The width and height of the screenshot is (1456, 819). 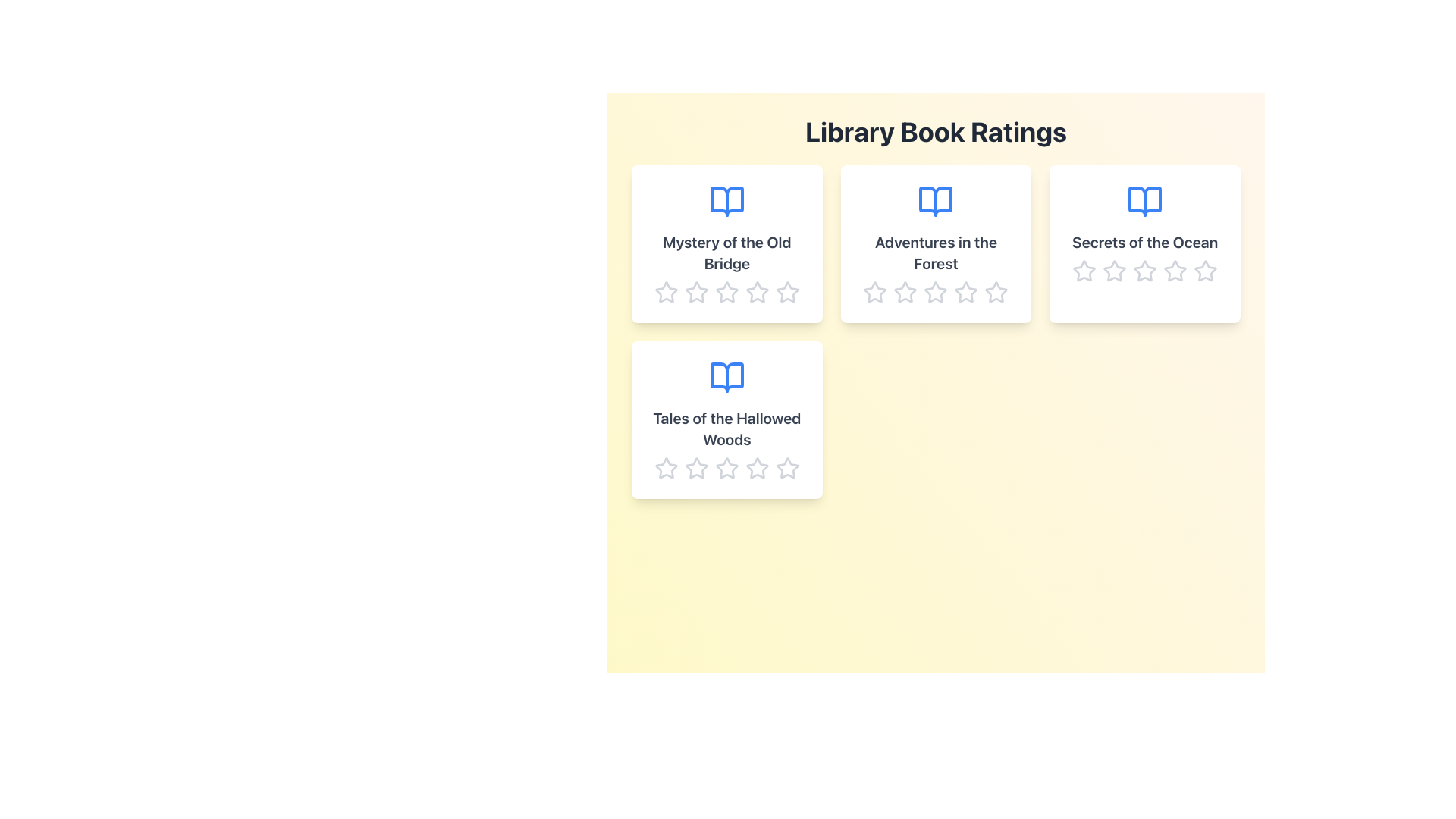 What do you see at coordinates (726, 253) in the screenshot?
I see `text label that serves as the title of the book in the top-left card of the grid, located below the book icon and above the star rating icons` at bounding box center [726, 253].